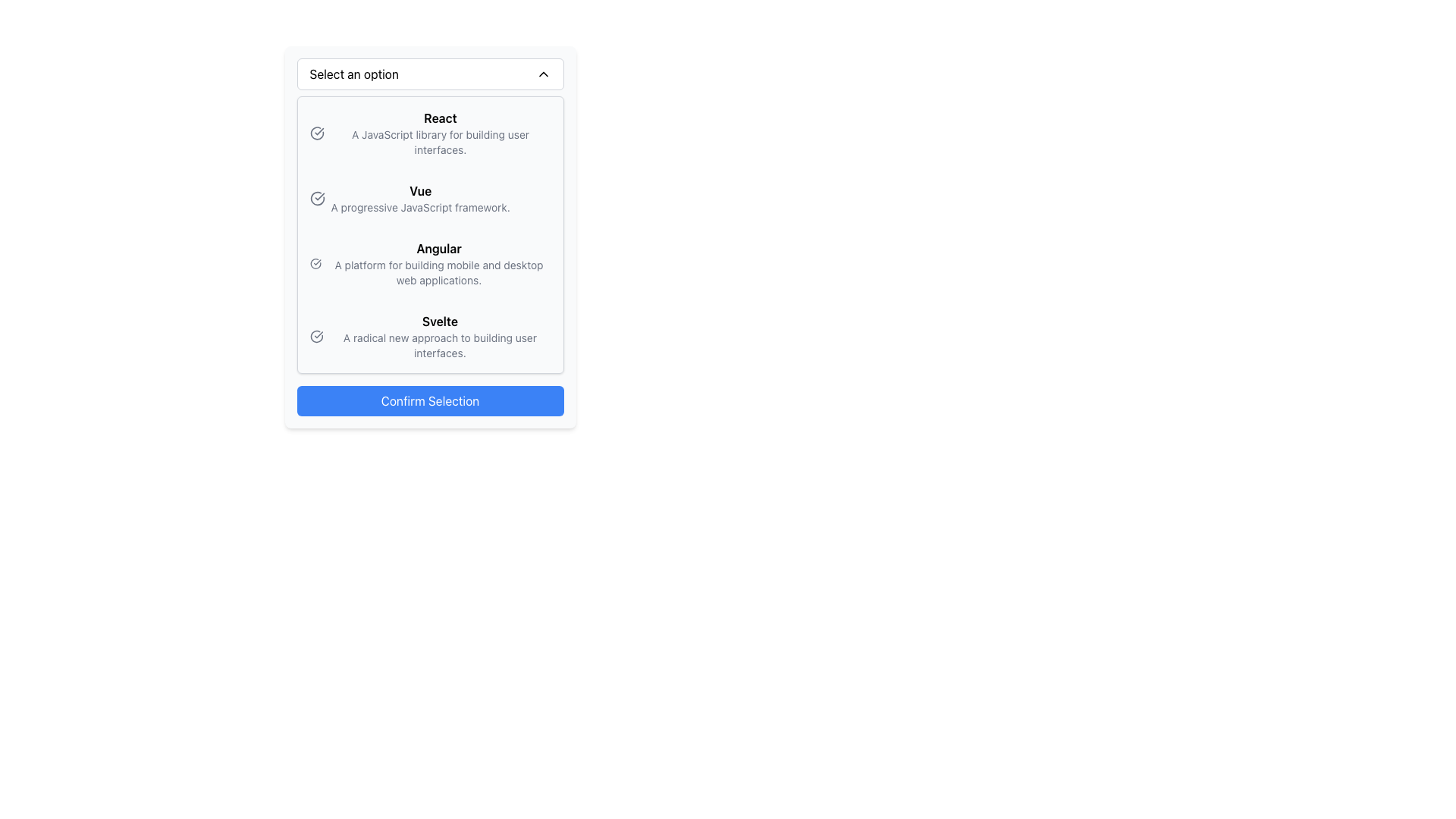 The width and height of the screenshot is (1456, 819). What do you see at coordinates (439, 117) in the screenshot?
I see `the bolded text label displaying the word 'React' located at the top of a list item within the dropdown menu, just beneath the 'Select an option' selector` at bounding box center [439, 117].